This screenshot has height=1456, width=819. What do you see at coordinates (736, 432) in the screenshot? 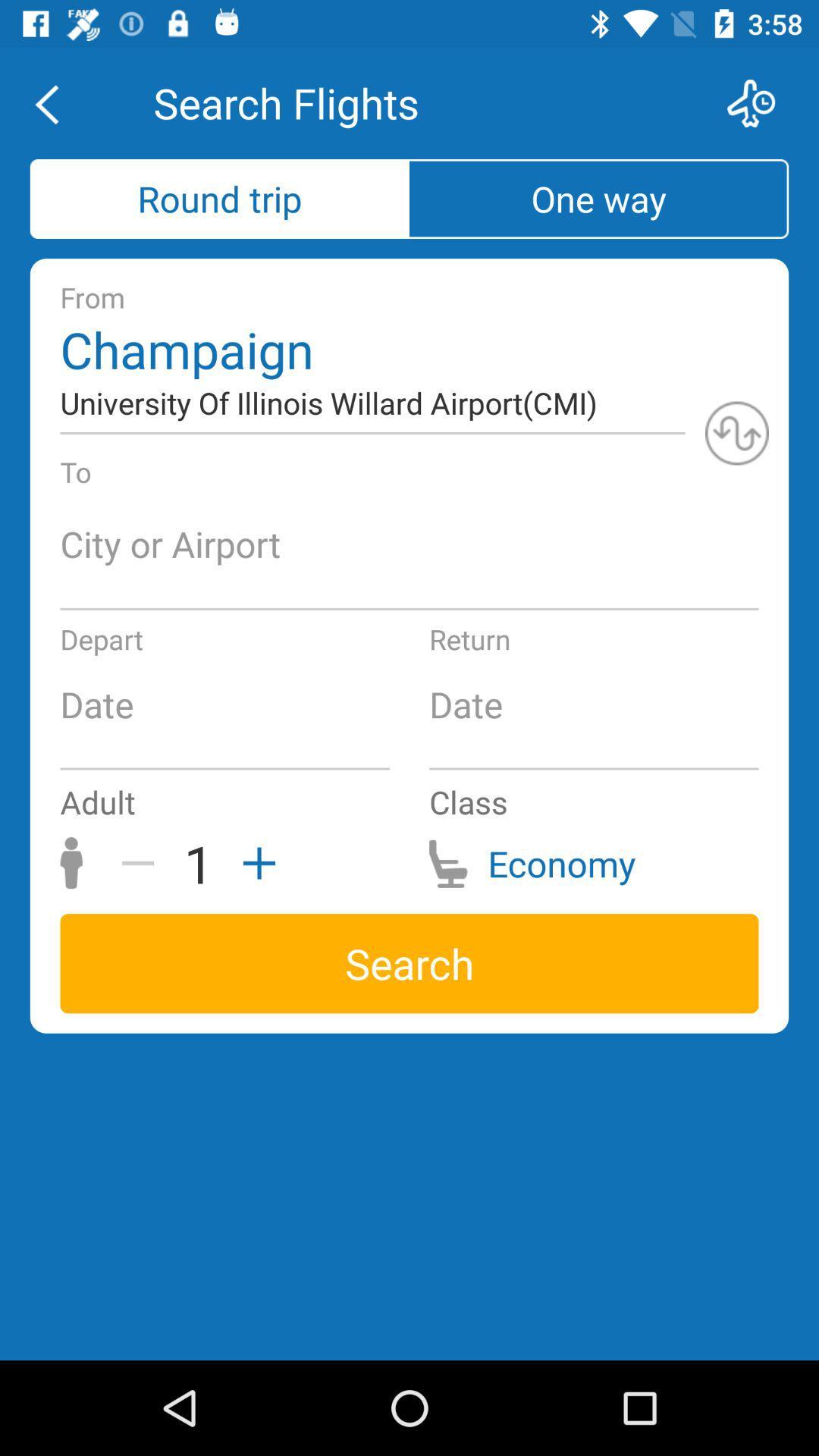
I see `refresh` at bounding box center [736, 432].